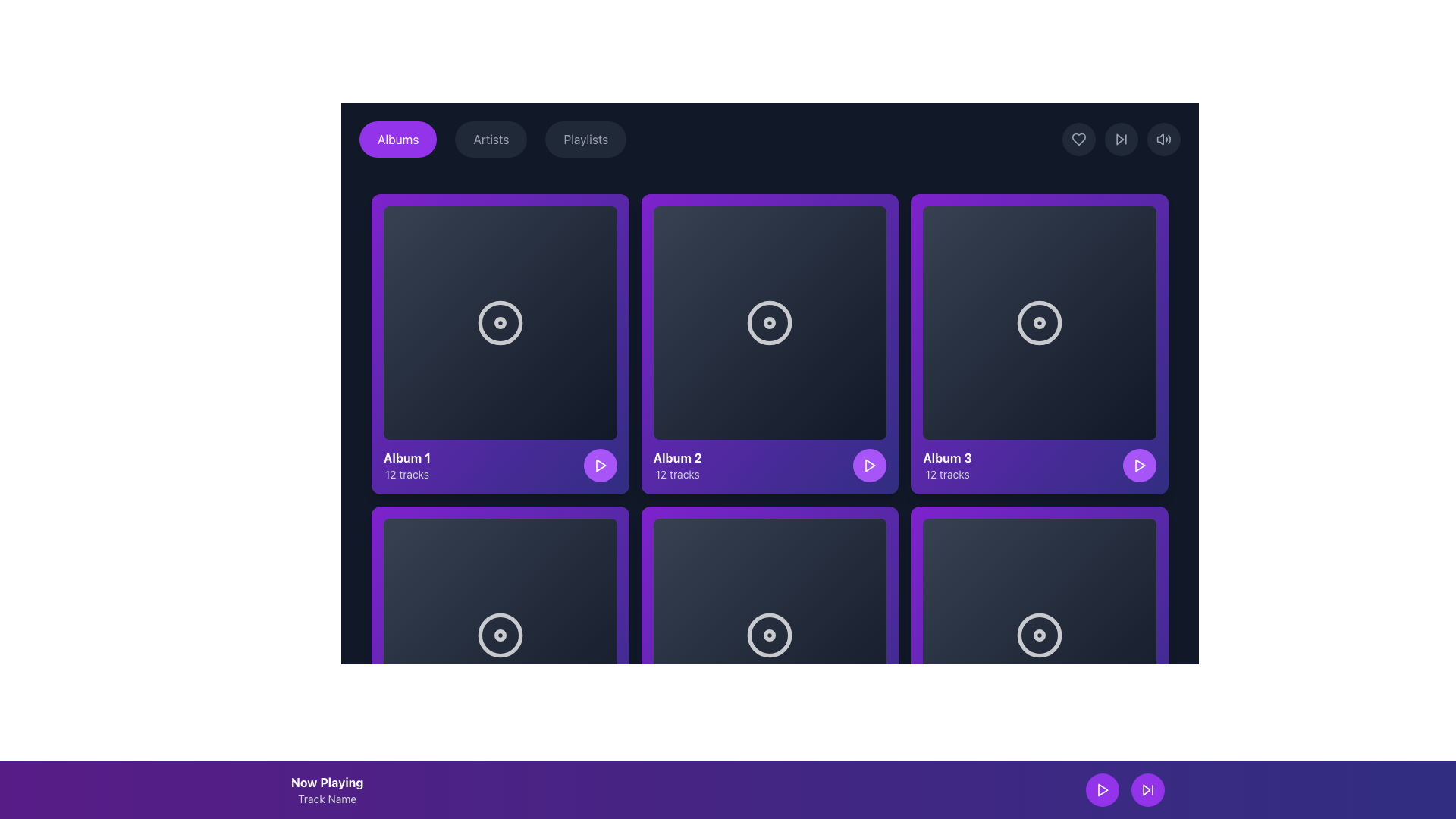 This screenshot has height=819, width=1456. Describe the element at coordinates (1163, 140) in the screenshot. I see `the circular audio control button with a speaker icon in the upper-right corner of the user interface` at that location.